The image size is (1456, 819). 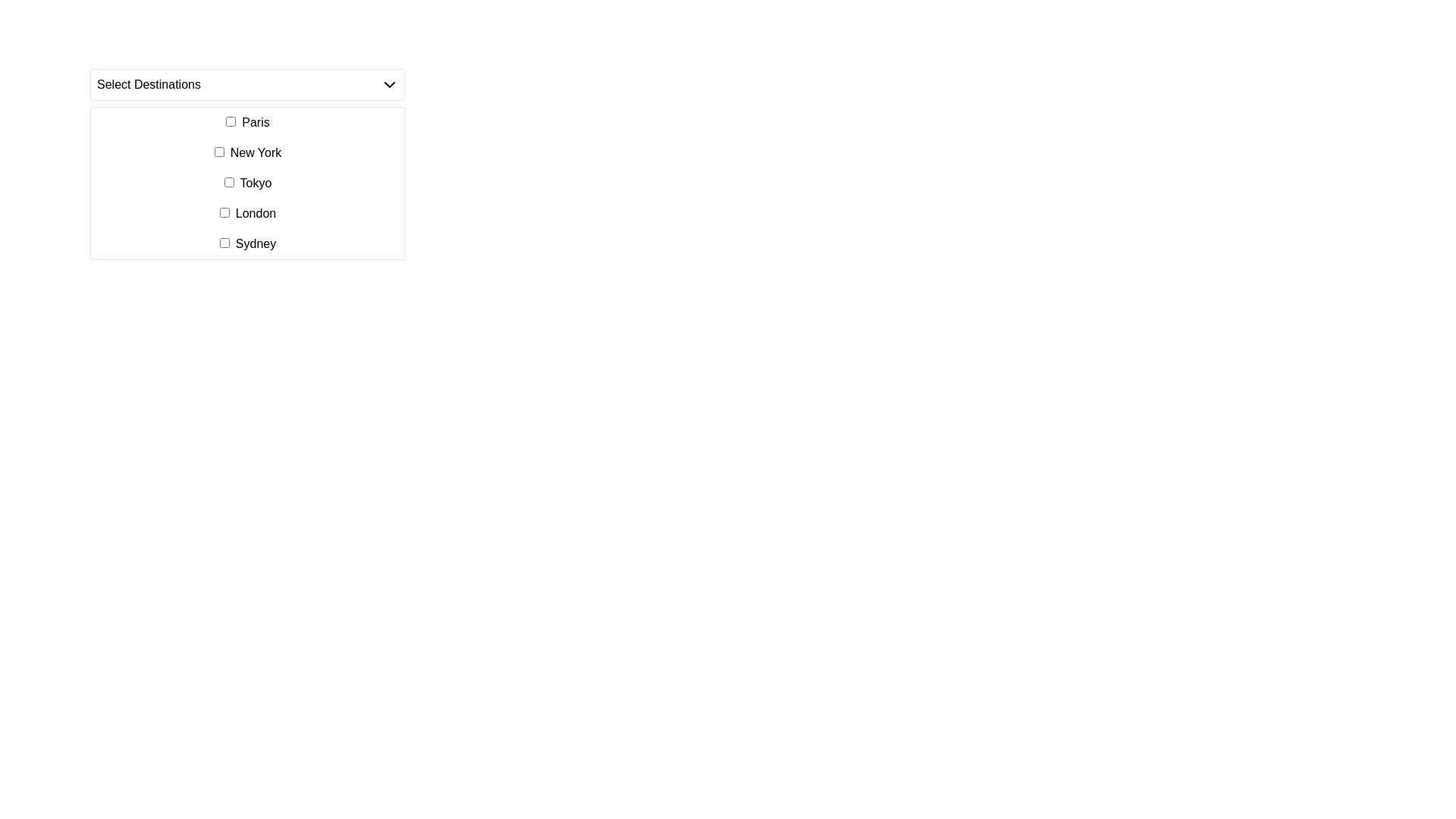 I want to click on the checkbox labeled 'Sydney' located in the dropdown menu titled 'Select Destinations', so click(x=224, y=242).